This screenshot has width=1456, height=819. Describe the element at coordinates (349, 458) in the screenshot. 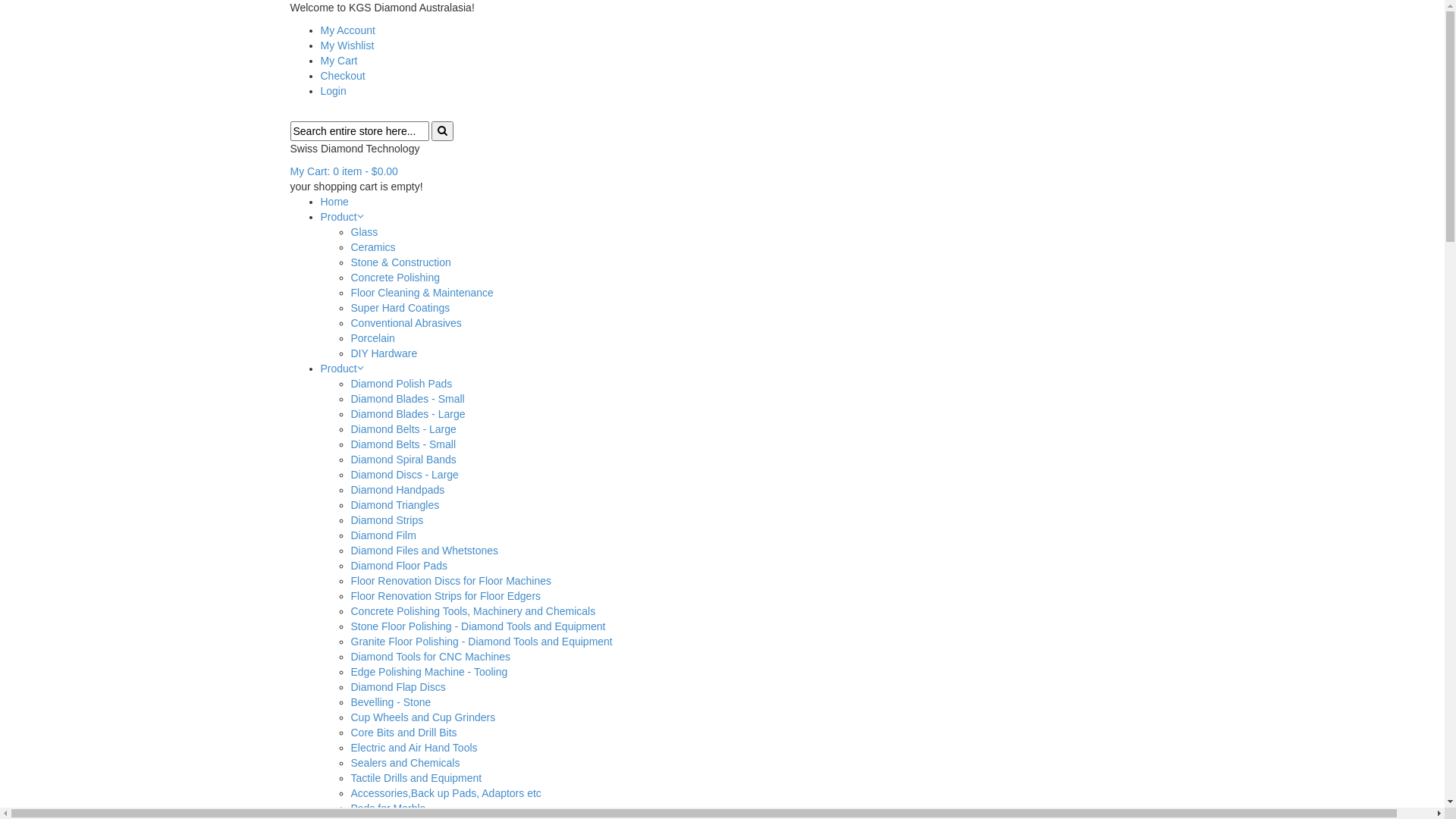

I see `'Diamond Spiral Bands'` at that location.